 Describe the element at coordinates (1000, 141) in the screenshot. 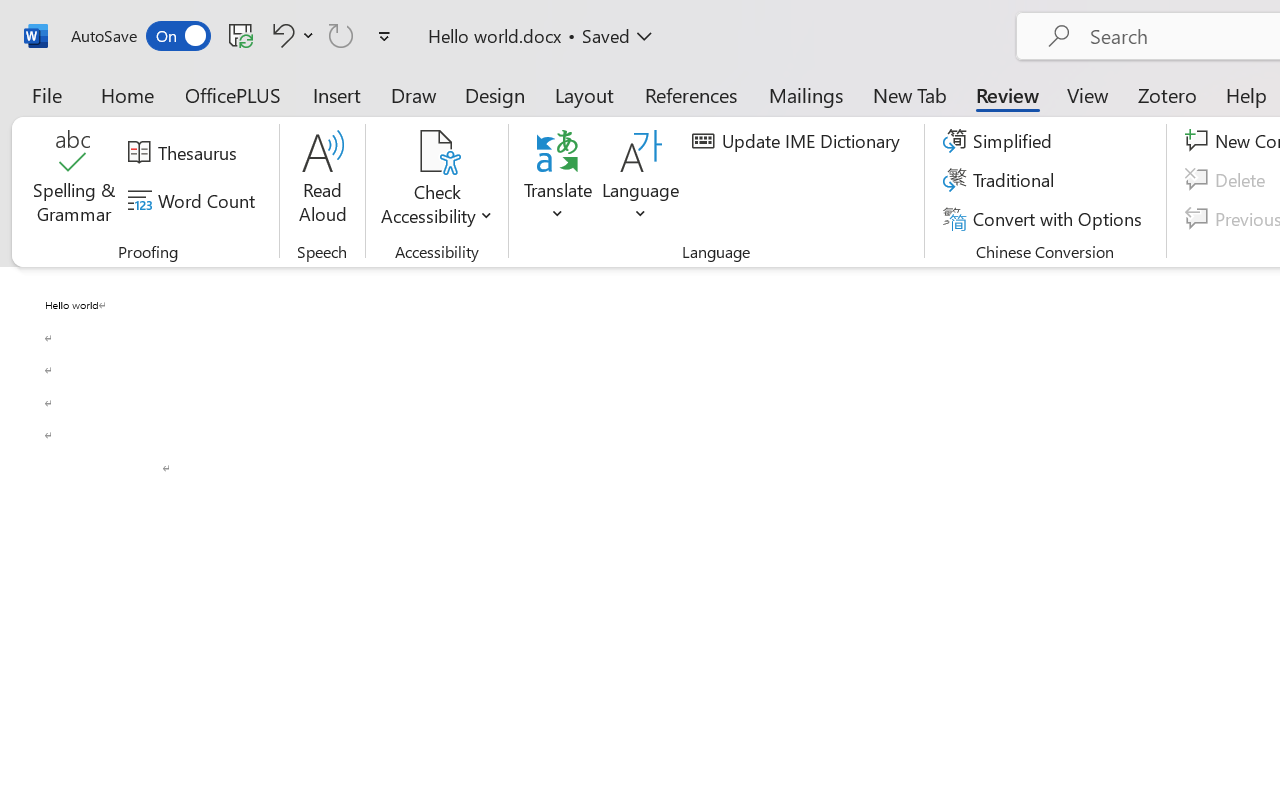

I see `'Simplified'` at that location.